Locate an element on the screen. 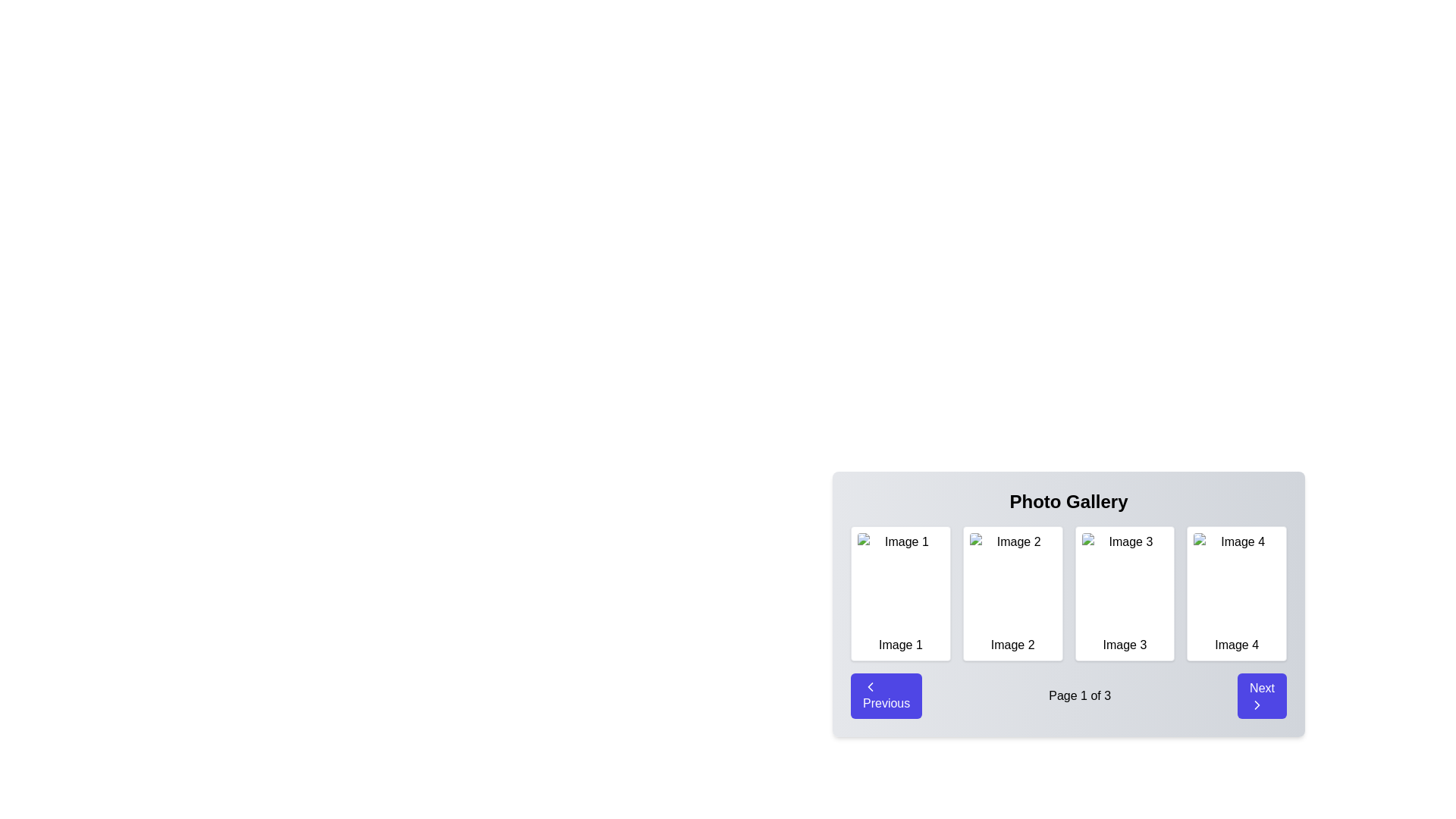 The image size is (1456, 819). the static text label displaying 'Image 3', which is centered below the image placeholder in the third card of a horizontal set of four image cards is located at coordinates (1125, 645).